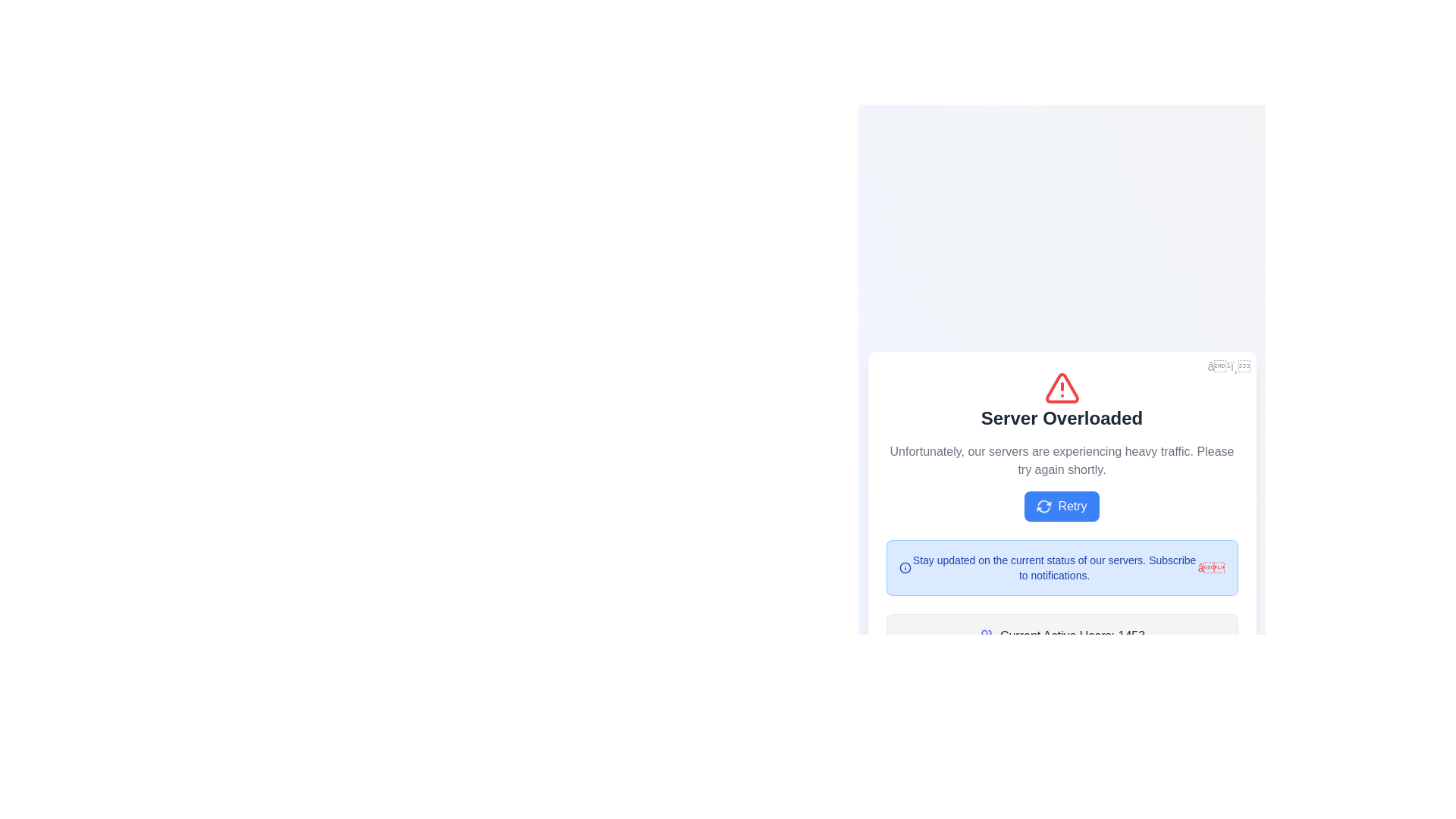 This screenshot has height=819, width=1456. Describe the element at coordinates (1072, 636) in the screenshot. I see `the text label displaying 'Current Active Users: 1453', which is bold and dark-gray on a light background, located at the bottom of the interface` at that location.